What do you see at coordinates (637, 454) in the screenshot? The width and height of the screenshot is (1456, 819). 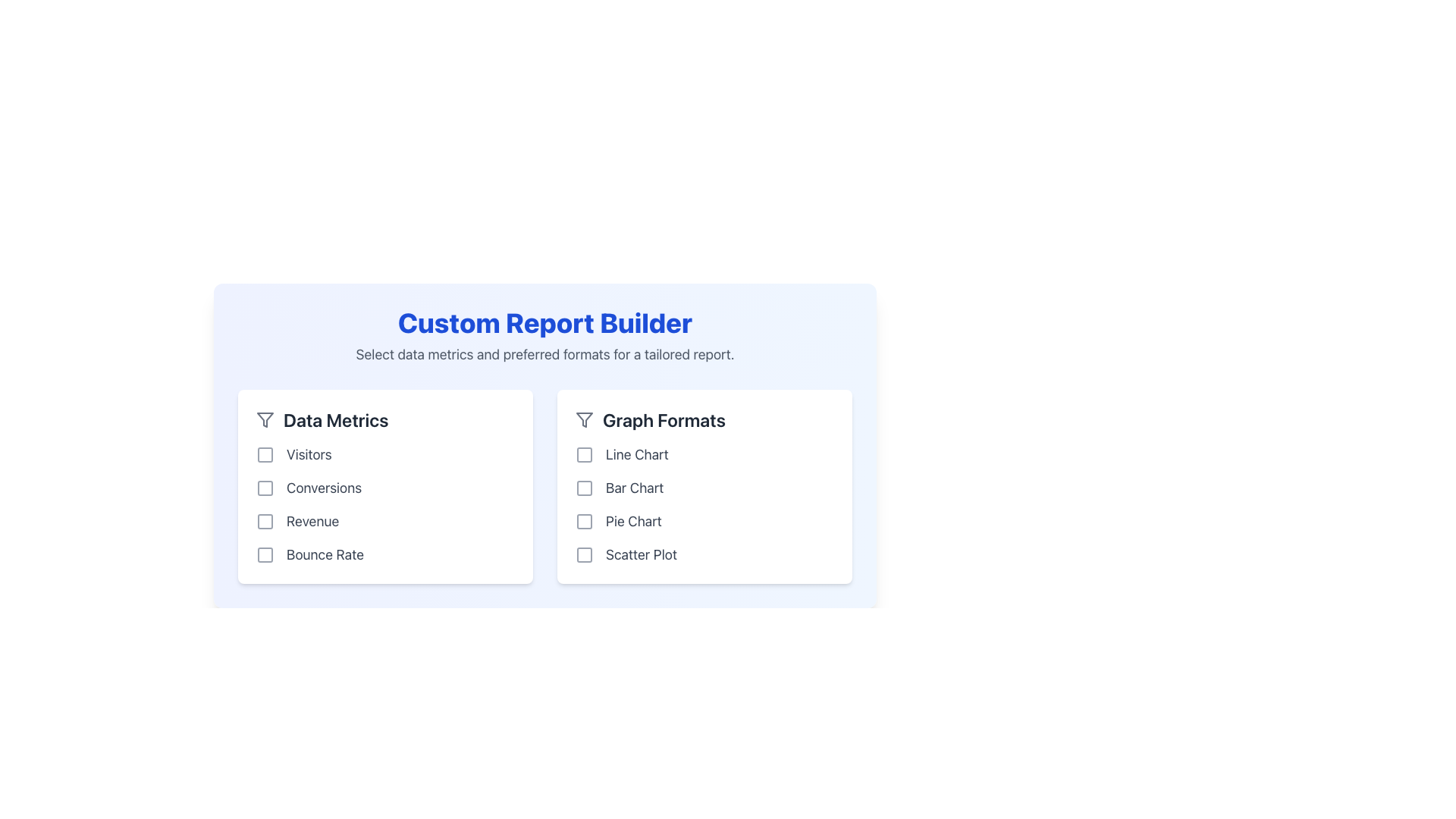 I see `the 'Line Chart' label element, which is styled with a gray color and is the first option in the 'Graph Formats' section` at bounding box center [637, 454].